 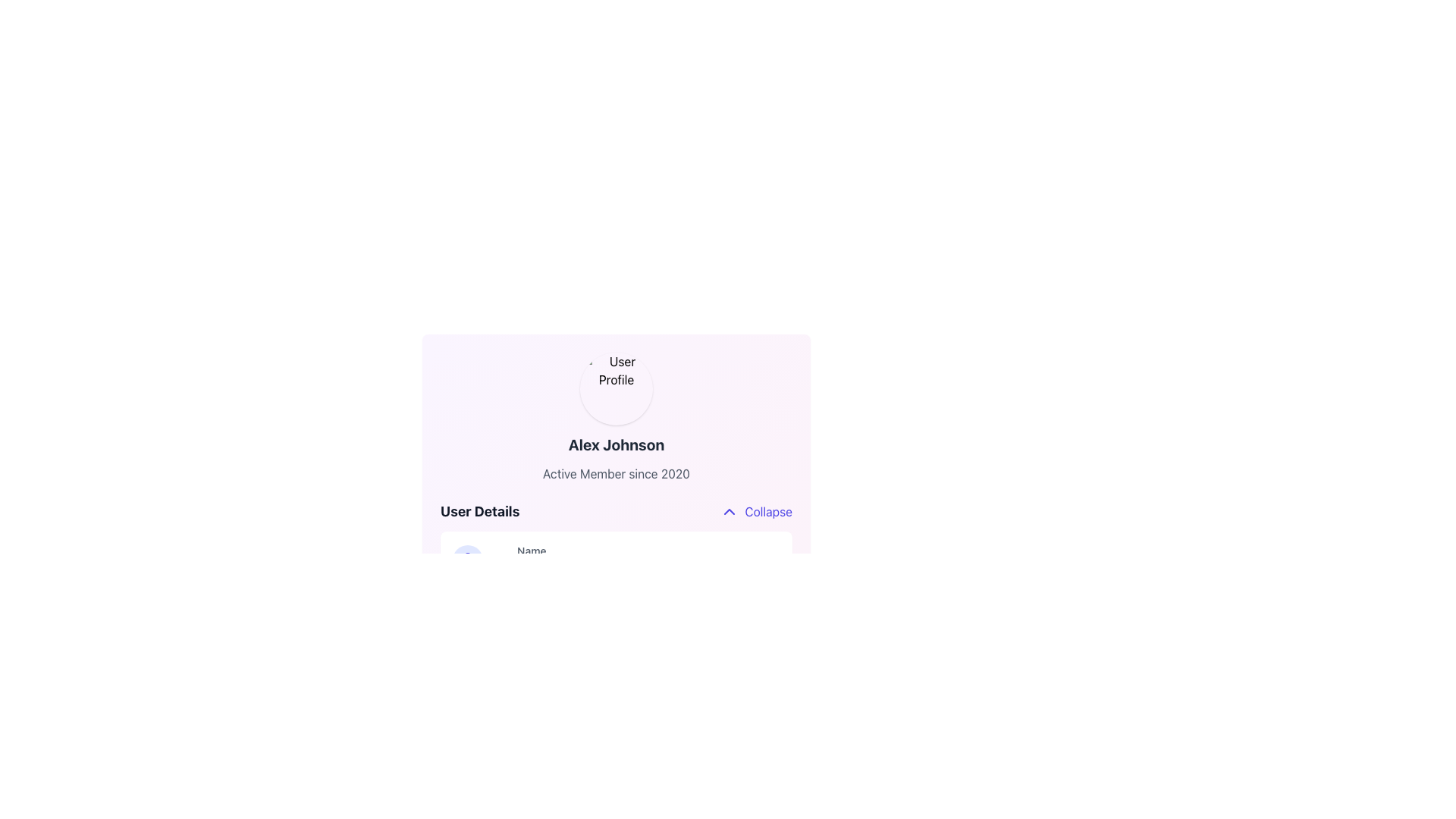 I want to click on the upward-facing chevron icon located to the left of the 'Collapse' label within the interactive component in the bottom-right section of the card-like structure, so click(x=730, y=512).